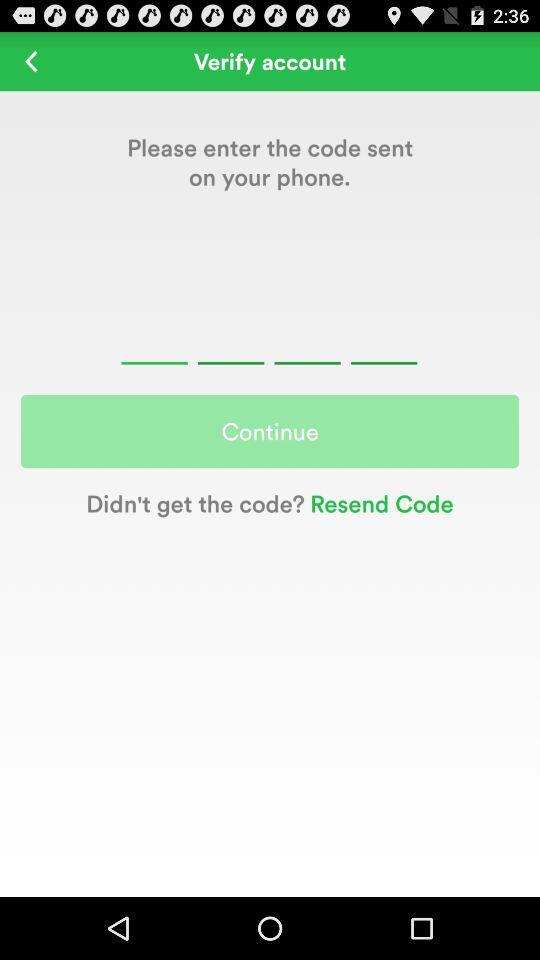 The height and width of the screenshot is (960, 540). What do you see at coordinates (30, 61) in the screenshot?
I see `go back` at bounding box center [30, 61].